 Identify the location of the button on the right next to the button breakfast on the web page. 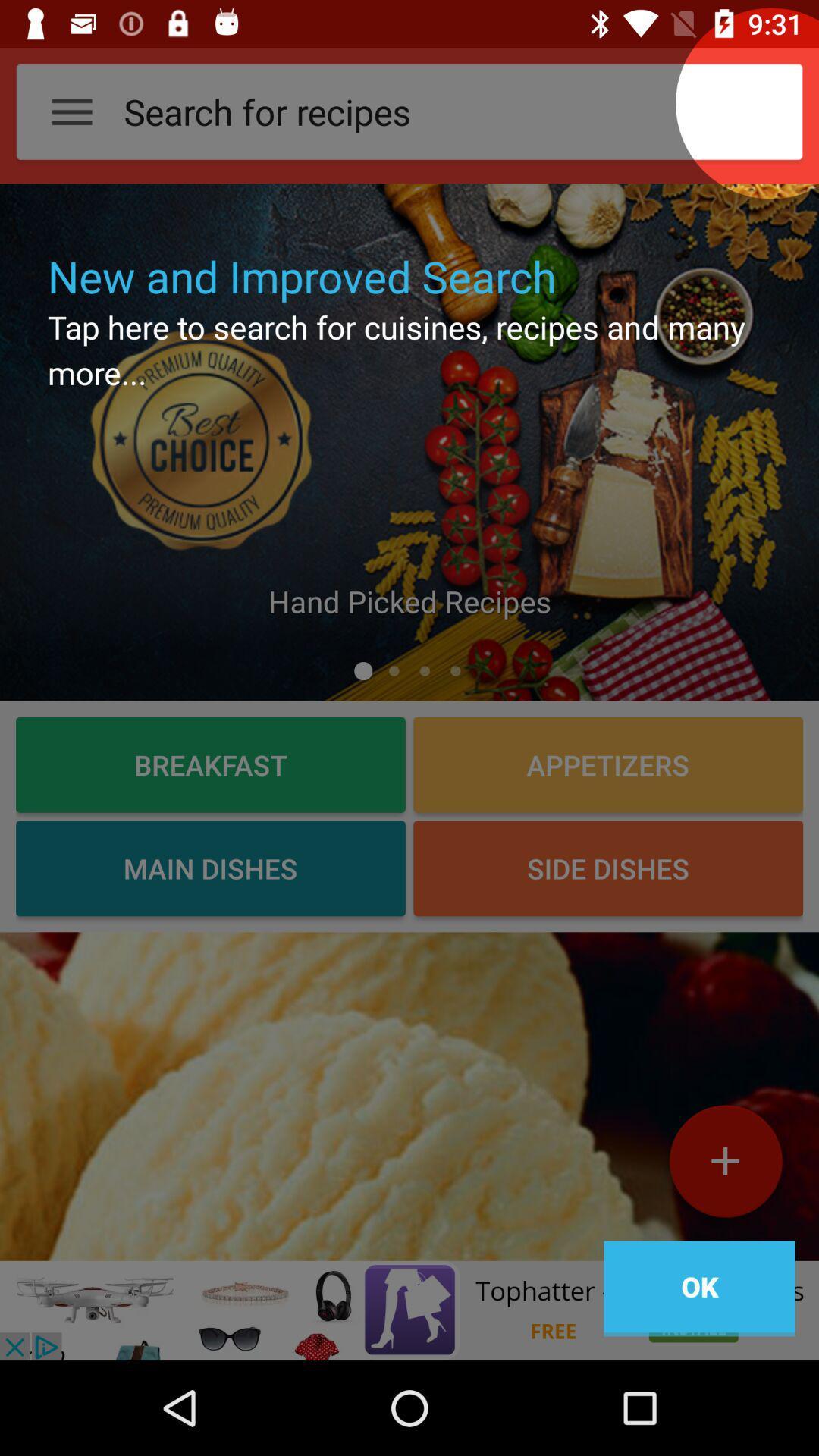
(607, 764).